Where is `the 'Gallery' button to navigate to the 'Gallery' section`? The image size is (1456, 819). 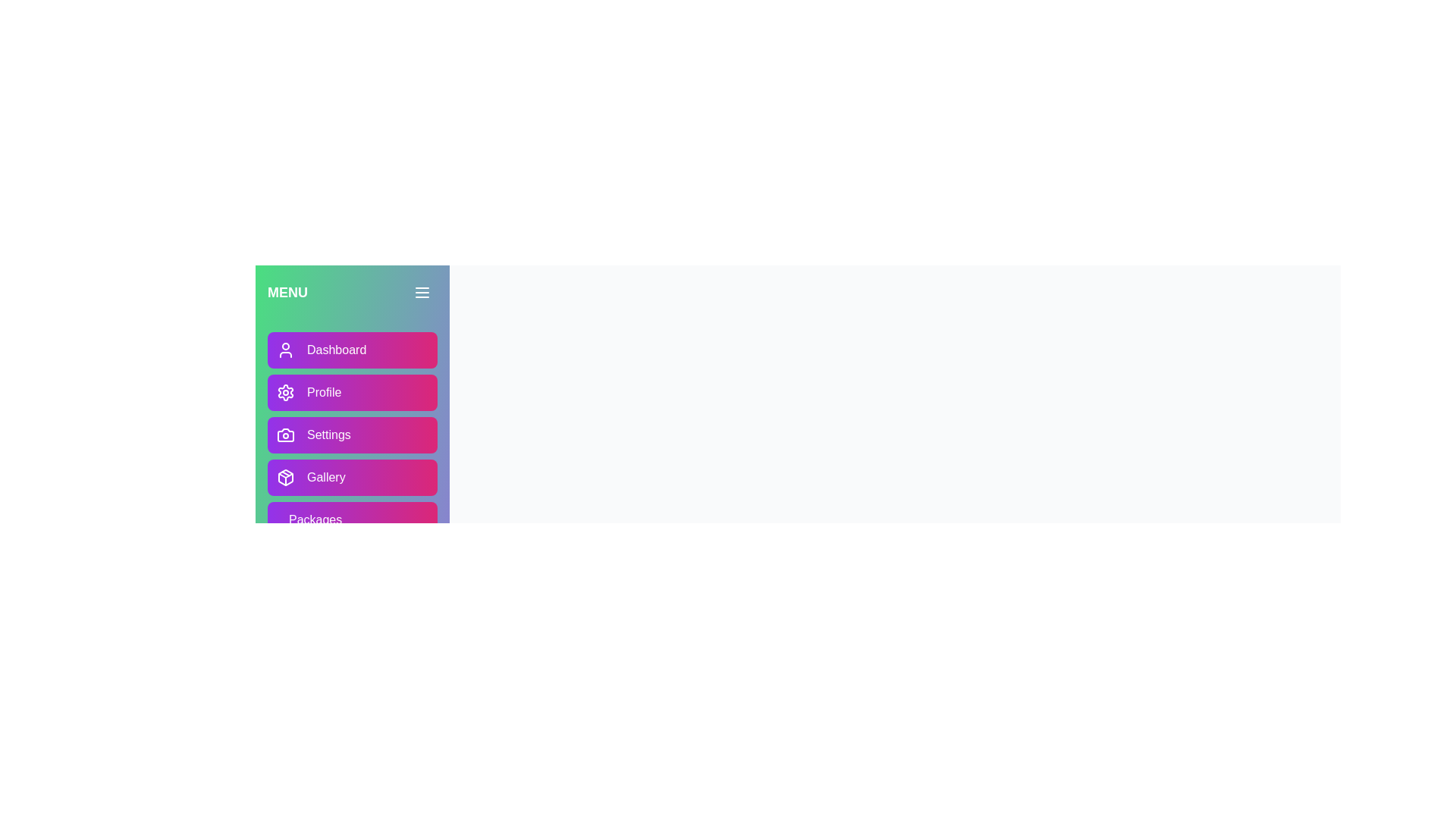
the 'Gallery' button to navigate to the 'Gallery' section is located at coordinates (352, 476).